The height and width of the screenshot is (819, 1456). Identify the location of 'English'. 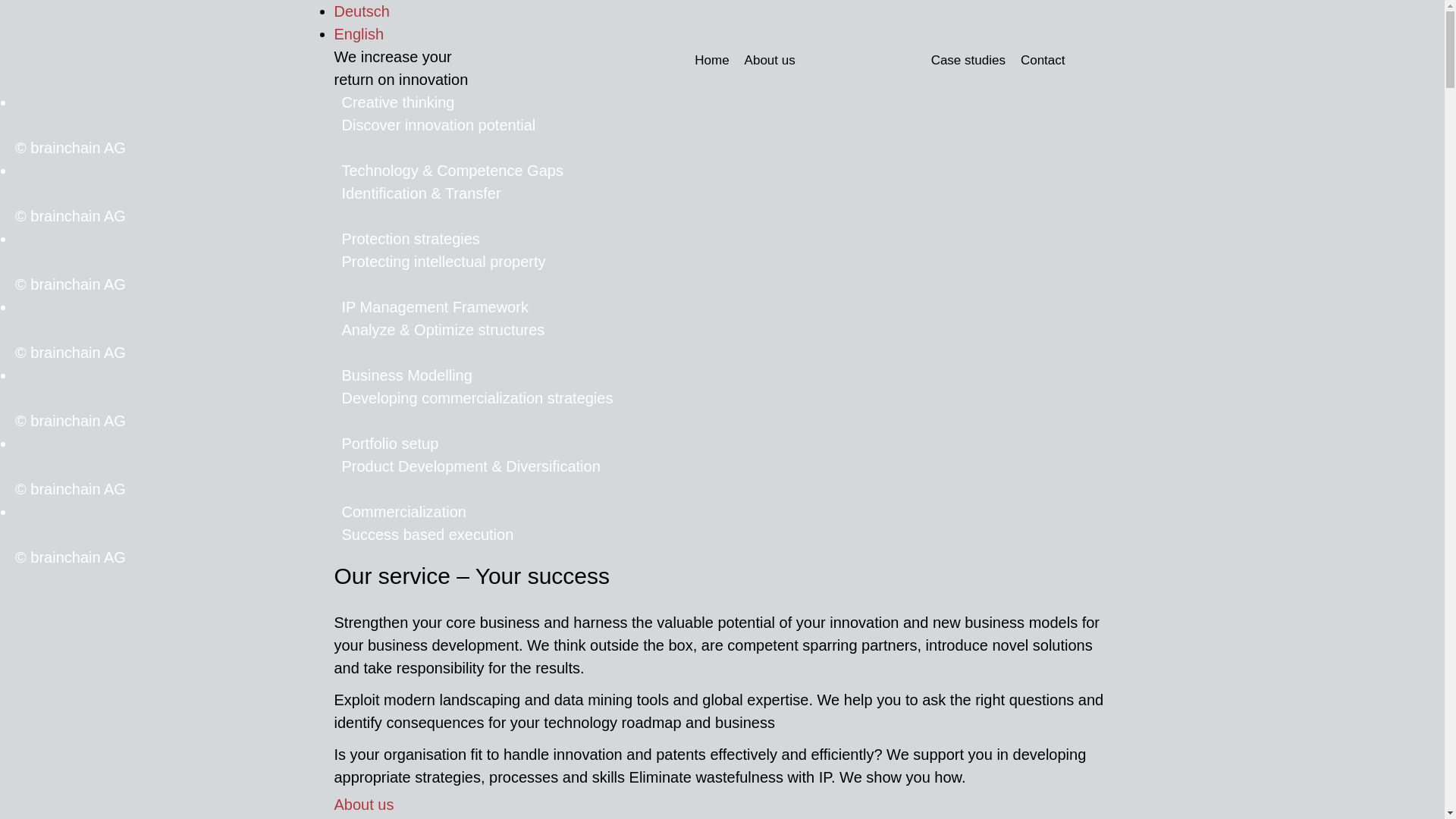
(358, 34).